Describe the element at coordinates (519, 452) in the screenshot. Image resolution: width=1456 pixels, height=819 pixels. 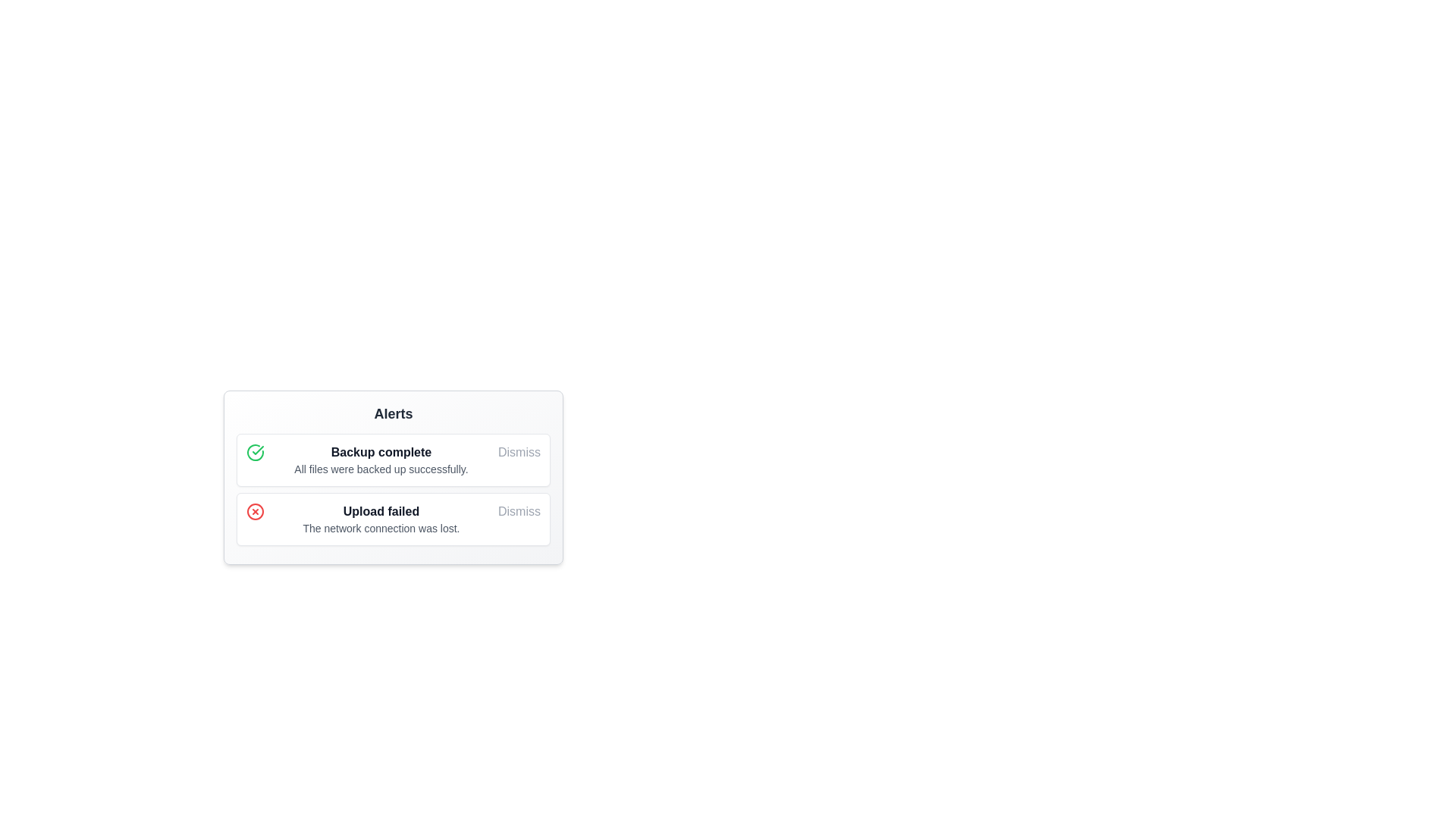
I see `the 'Dismiss' button, which is styled in gray and changes to red on hover, located to the right of the 'Backup complete' notification card` at that location.